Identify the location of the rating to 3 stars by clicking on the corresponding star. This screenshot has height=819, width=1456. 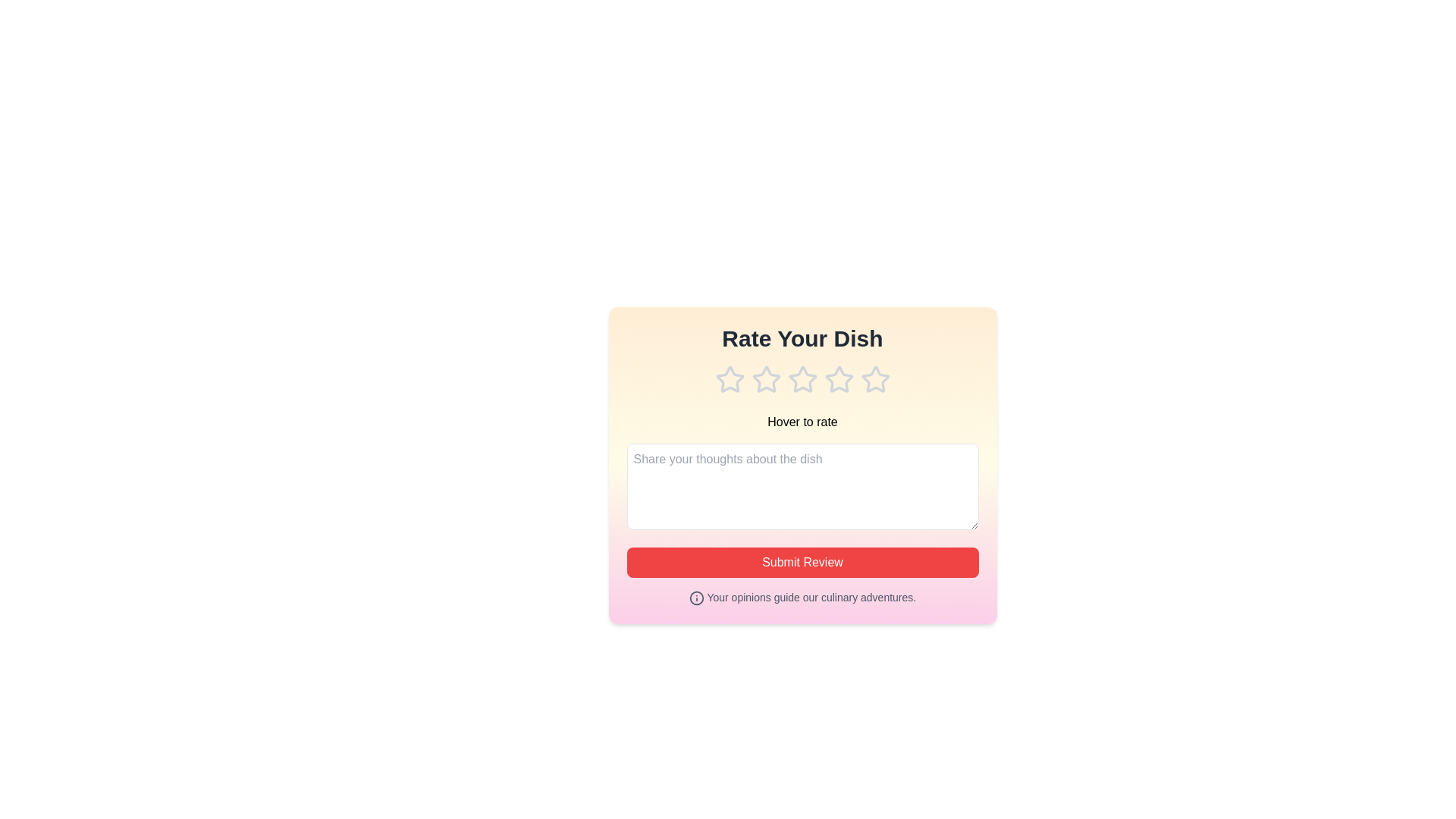
(802, 379).